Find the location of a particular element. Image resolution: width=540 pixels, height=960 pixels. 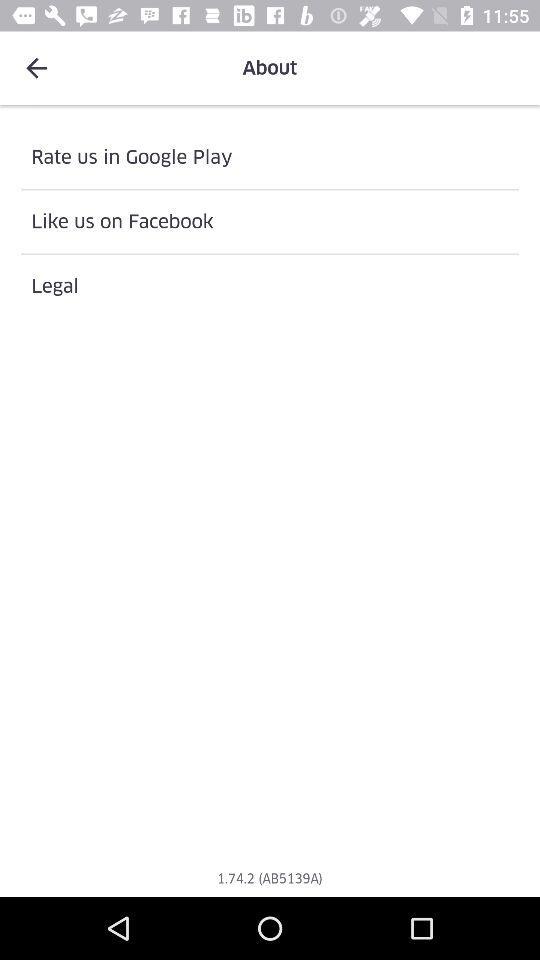

legal is located at coordinates (270, 285).